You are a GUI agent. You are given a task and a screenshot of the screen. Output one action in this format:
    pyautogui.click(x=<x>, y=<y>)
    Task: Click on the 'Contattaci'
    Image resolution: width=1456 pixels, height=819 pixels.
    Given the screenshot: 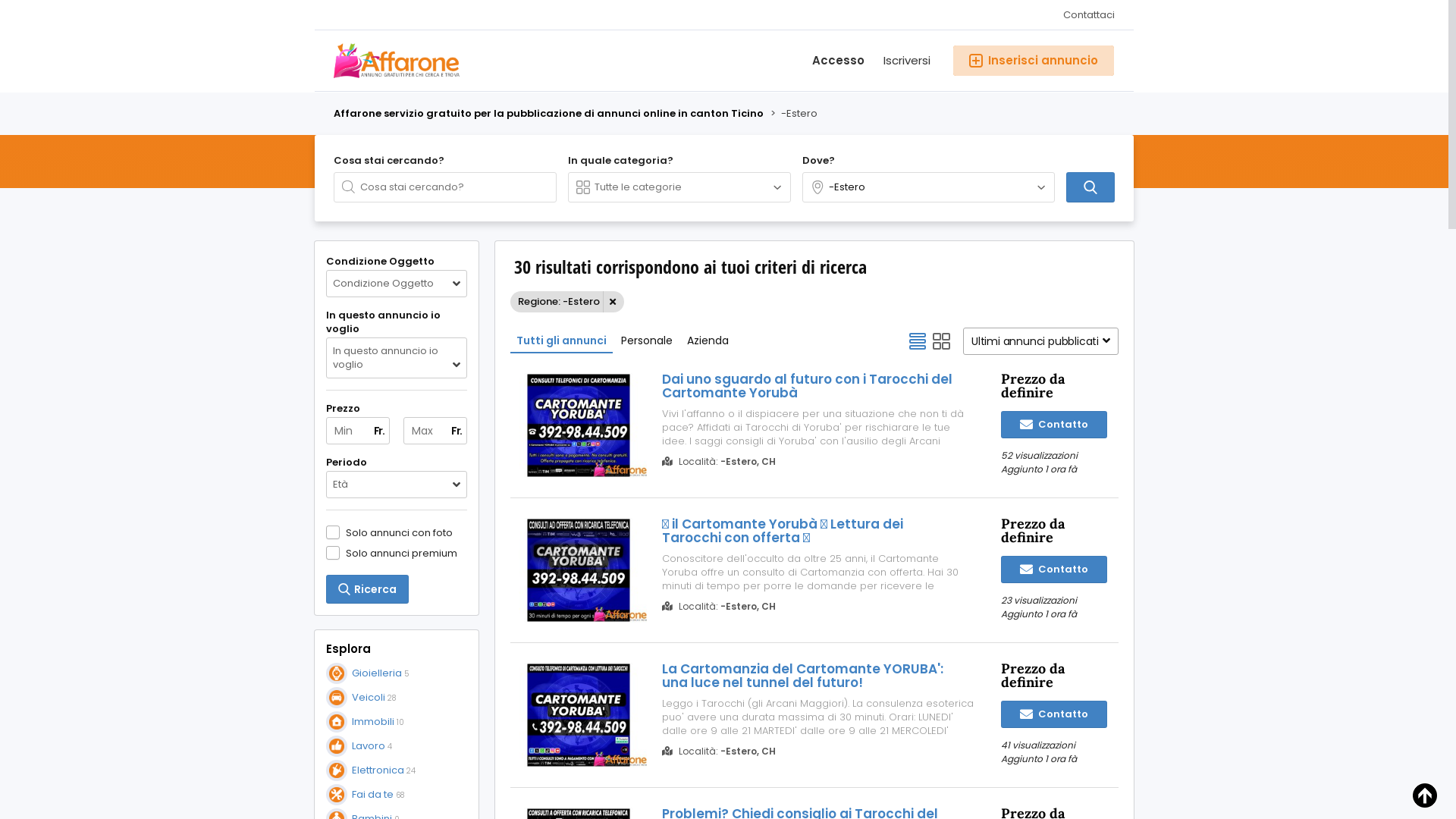 What is the action you would take?
    pyautogui.click(x=1084, y=14)
    